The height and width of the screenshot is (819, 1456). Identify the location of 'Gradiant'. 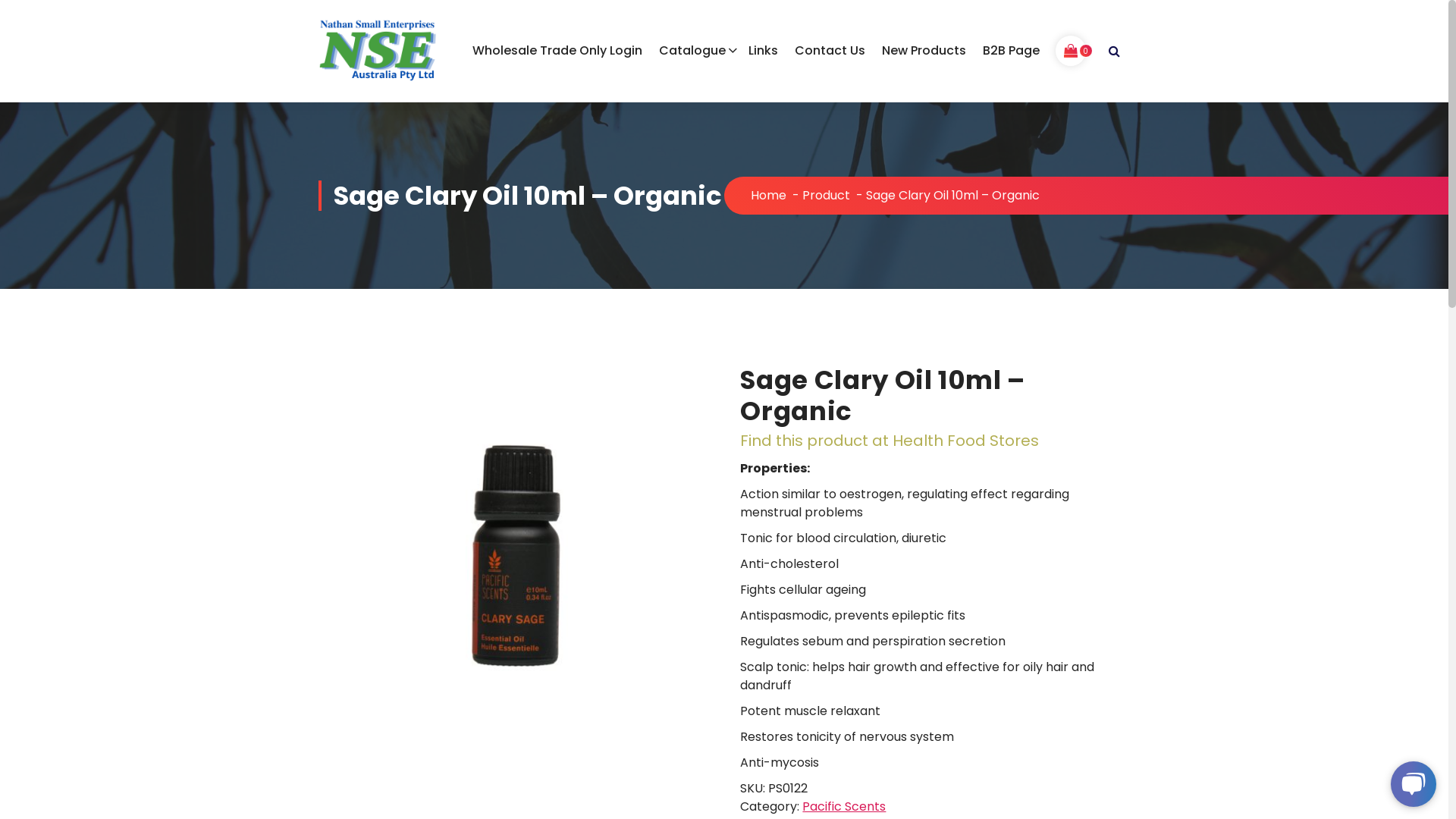
(1103, 792).